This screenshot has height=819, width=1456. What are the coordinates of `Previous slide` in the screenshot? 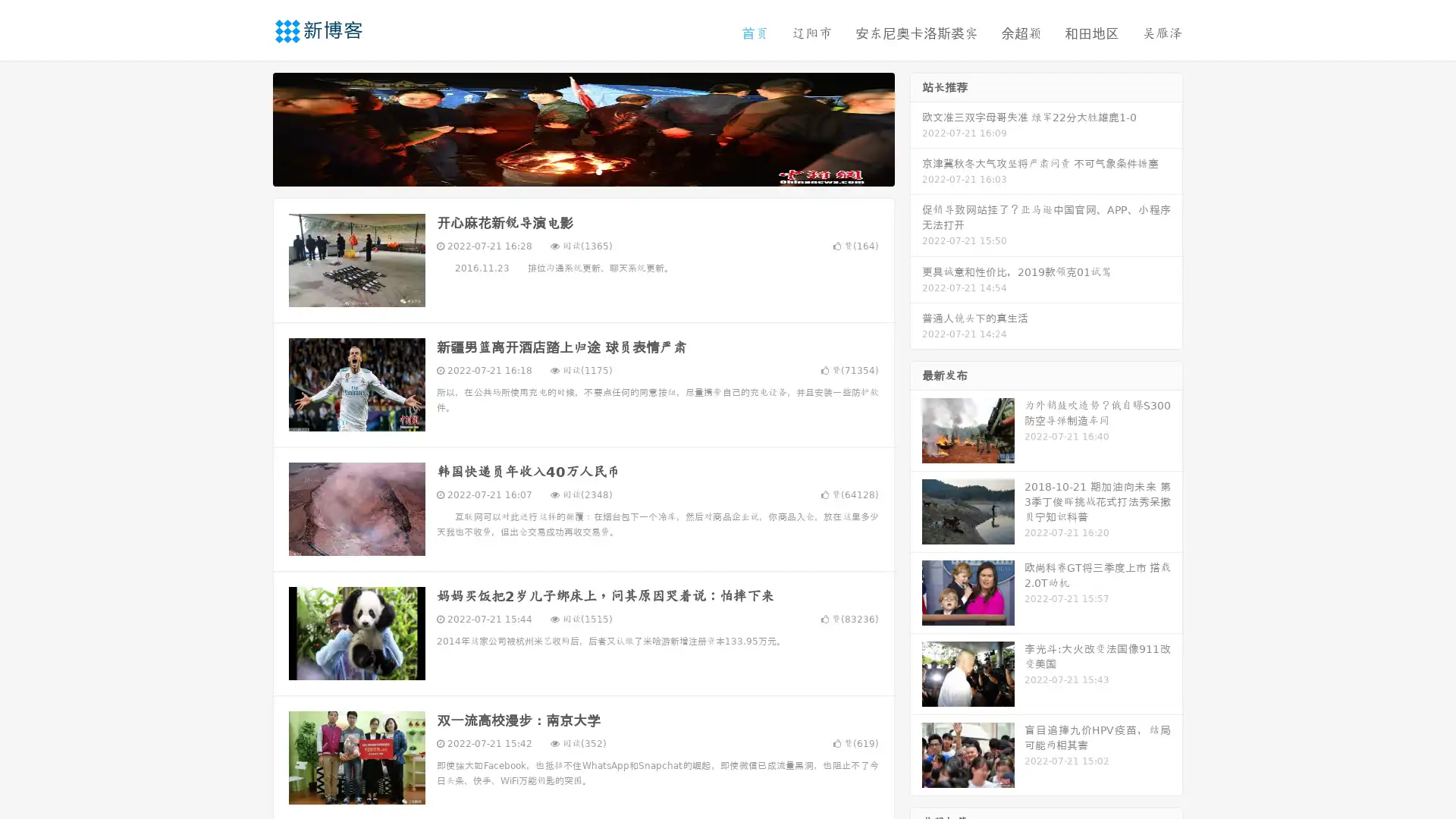 It's located at (250, 127).